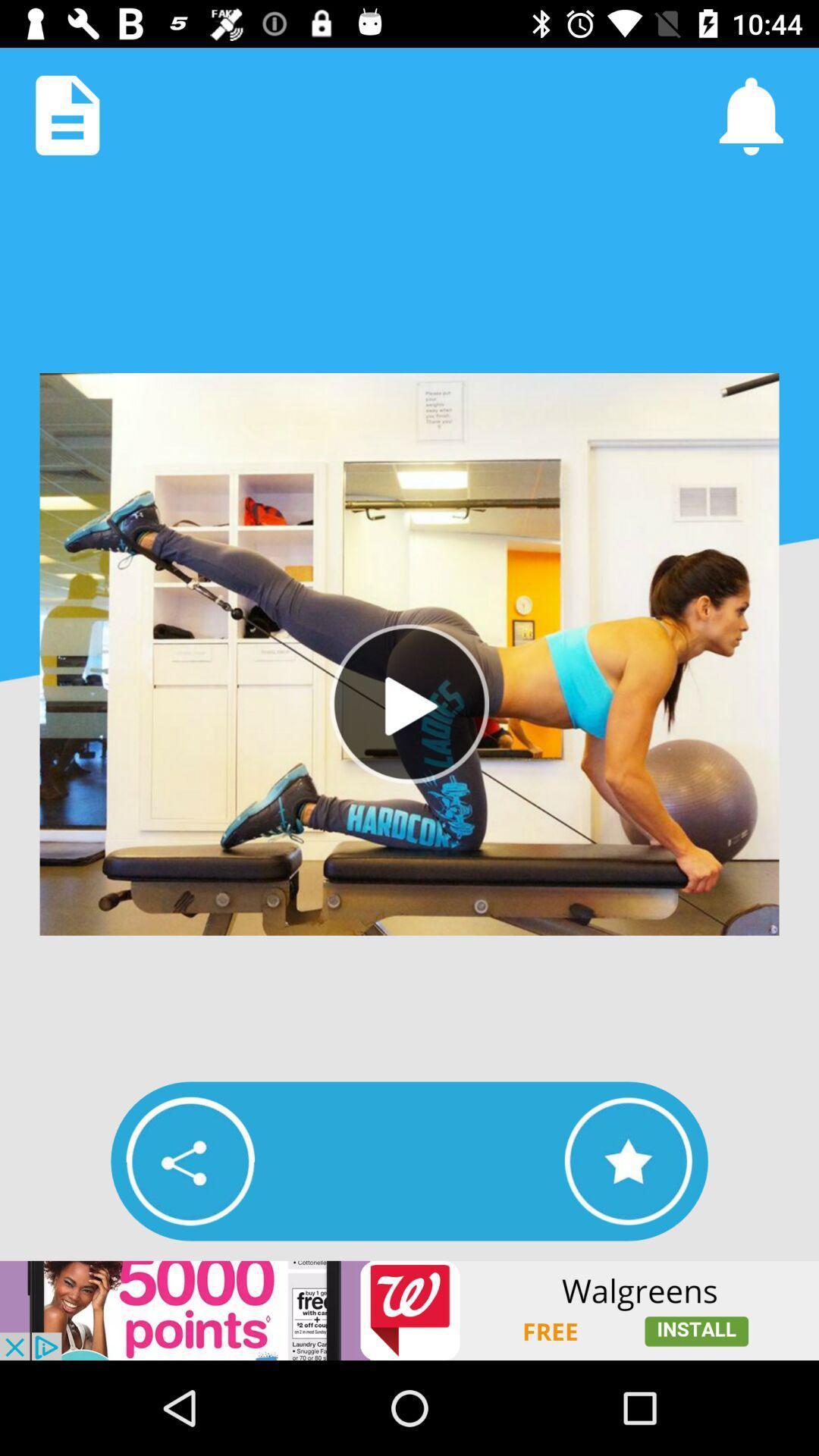 The image size is (819, 1456). I want to click on clickable advertisement, so click(409, 1310).